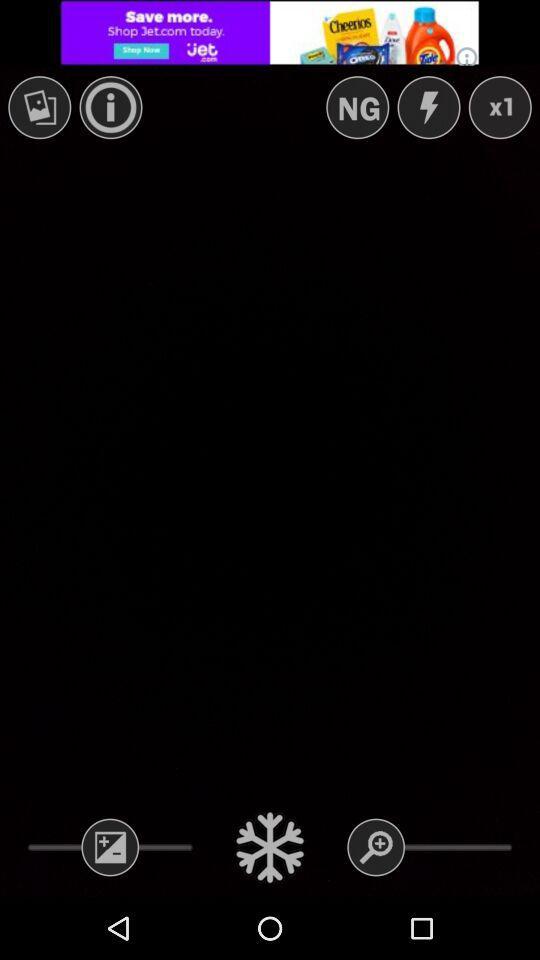  I want to click on the info icon, so click(111, 107).